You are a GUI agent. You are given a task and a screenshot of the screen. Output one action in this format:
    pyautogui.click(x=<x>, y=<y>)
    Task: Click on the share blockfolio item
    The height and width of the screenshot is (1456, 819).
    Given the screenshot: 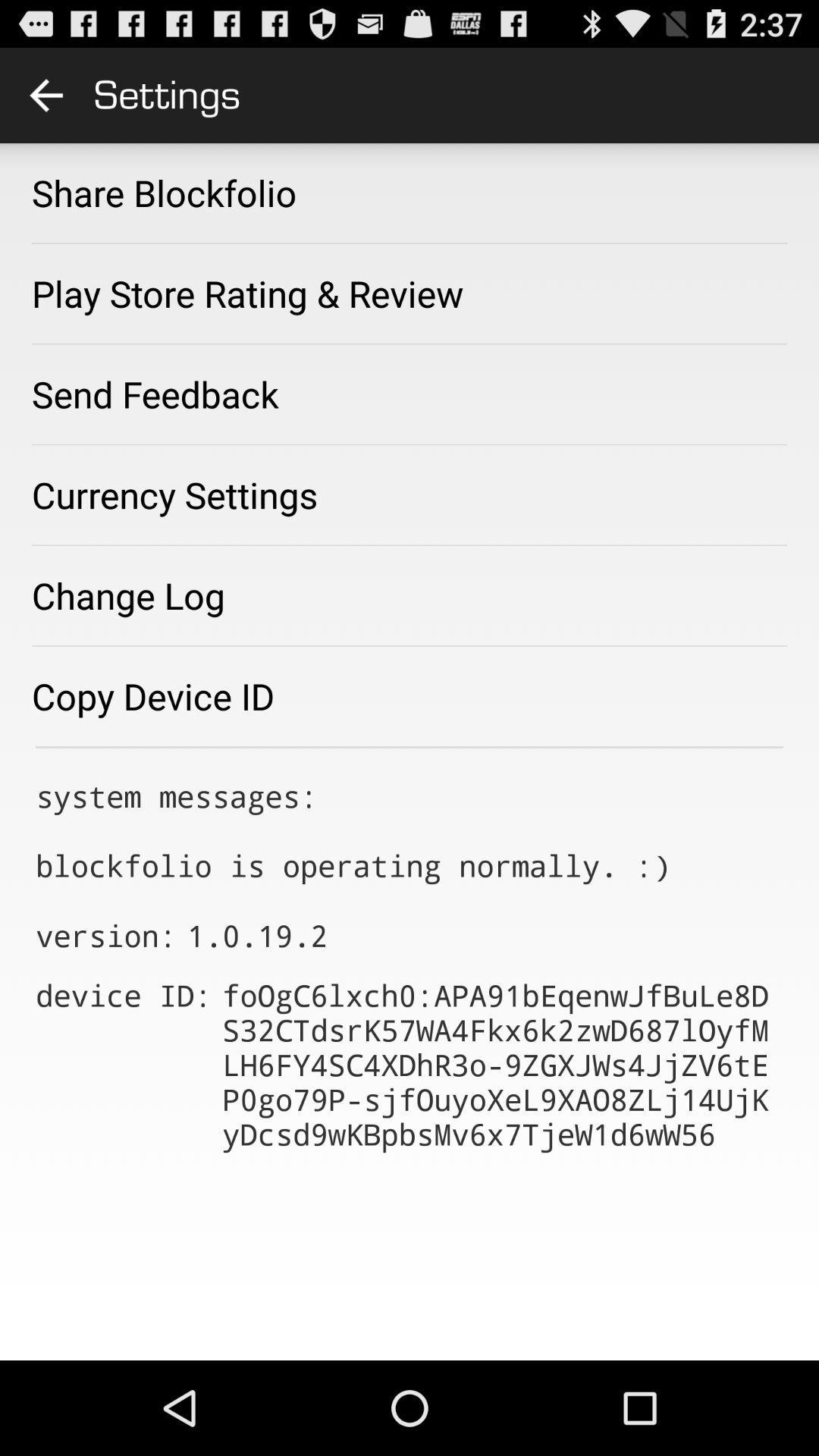 What is the action you would take?
    pyautogui.click(x=164, y=192)
    